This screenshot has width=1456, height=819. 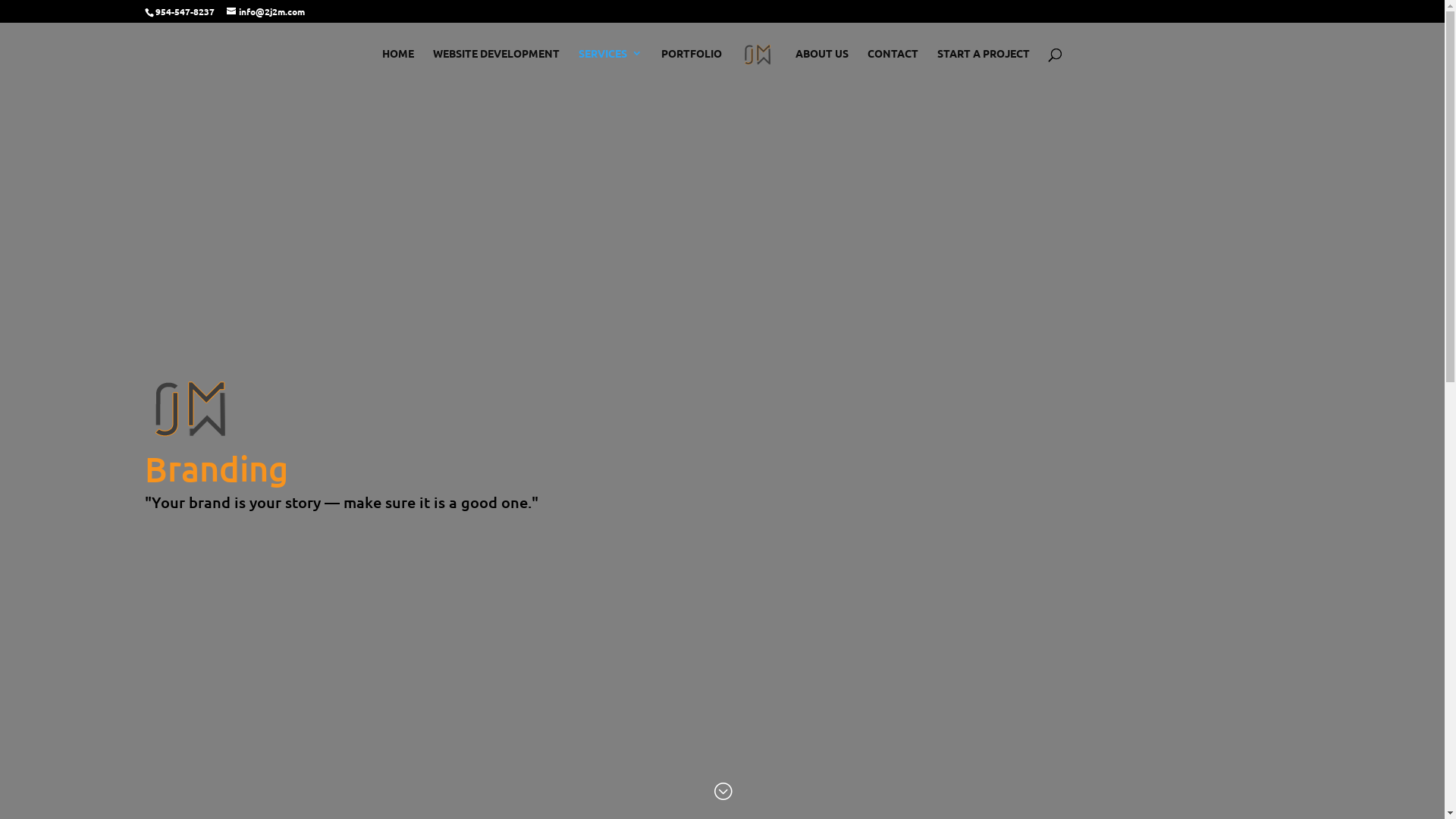 I want to click on ';', so click(x=712, y=792).